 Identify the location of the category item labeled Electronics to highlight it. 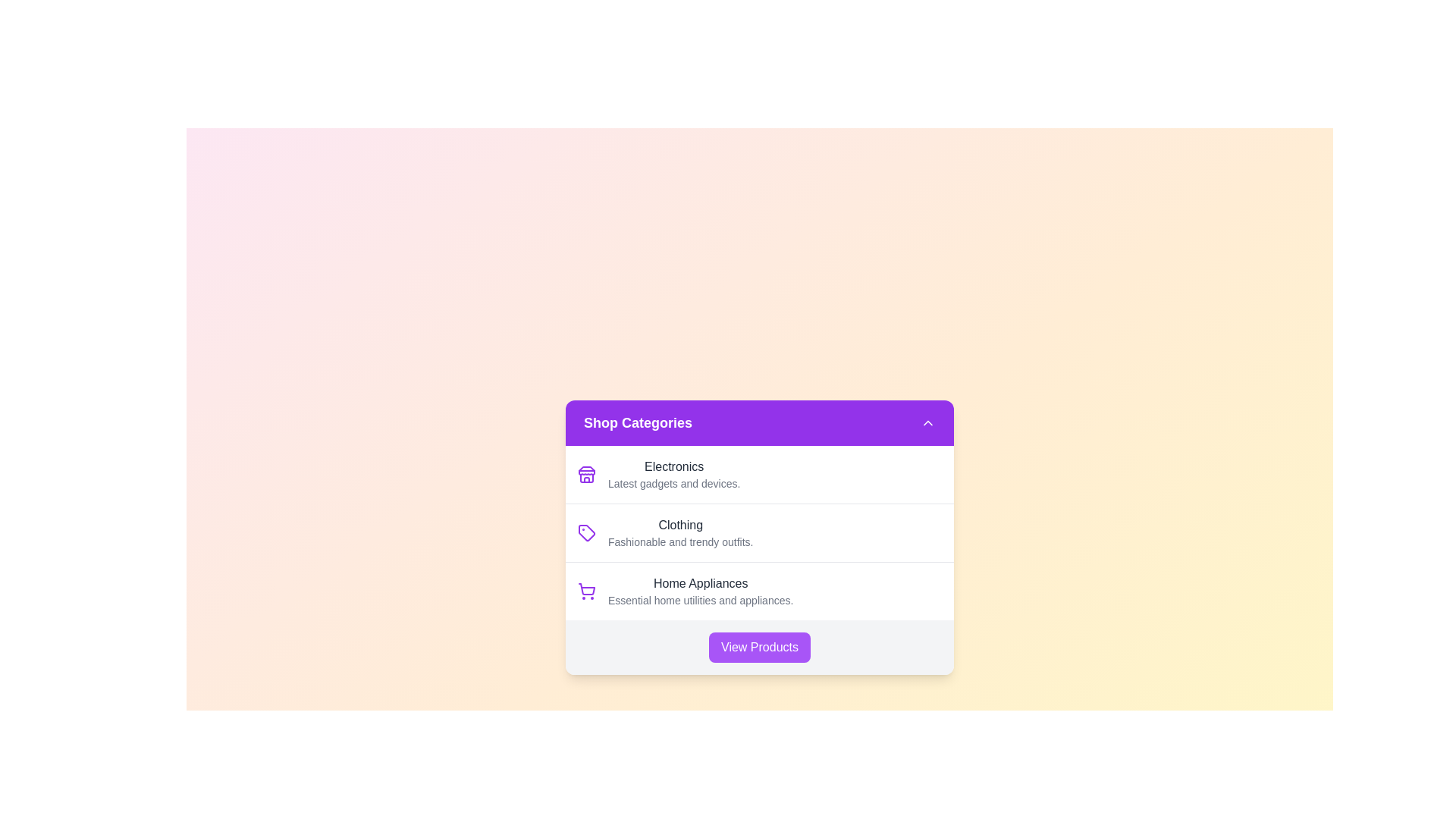
(760, 473).